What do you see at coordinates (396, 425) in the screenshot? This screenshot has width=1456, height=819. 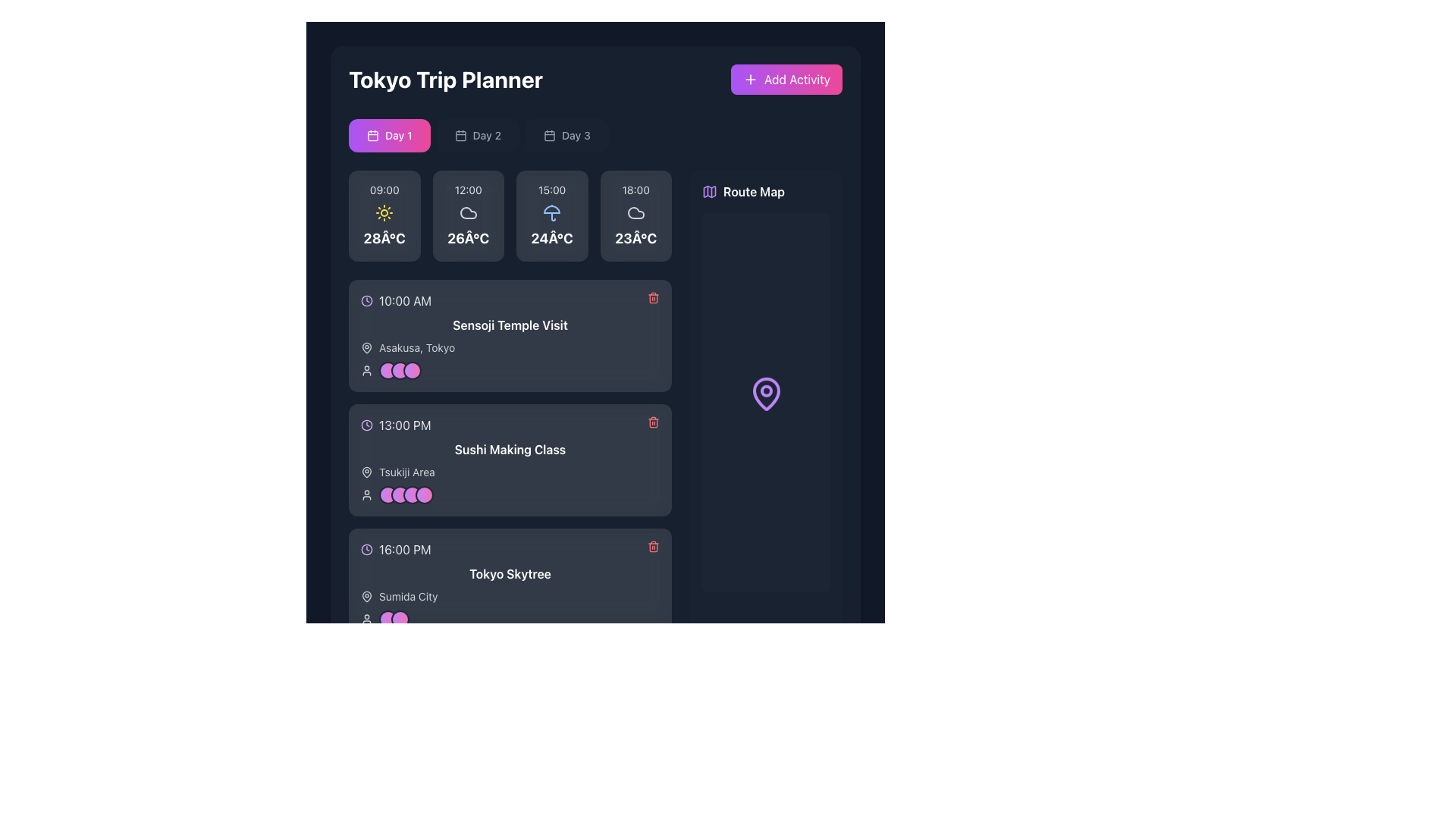 I see `the labeled icon with a clock icon and the text '13:00 PM', which is styled in light color on a dark theme, located to the left of the activity title 'Sushi Making Class'` at bounding box center [396, 425].